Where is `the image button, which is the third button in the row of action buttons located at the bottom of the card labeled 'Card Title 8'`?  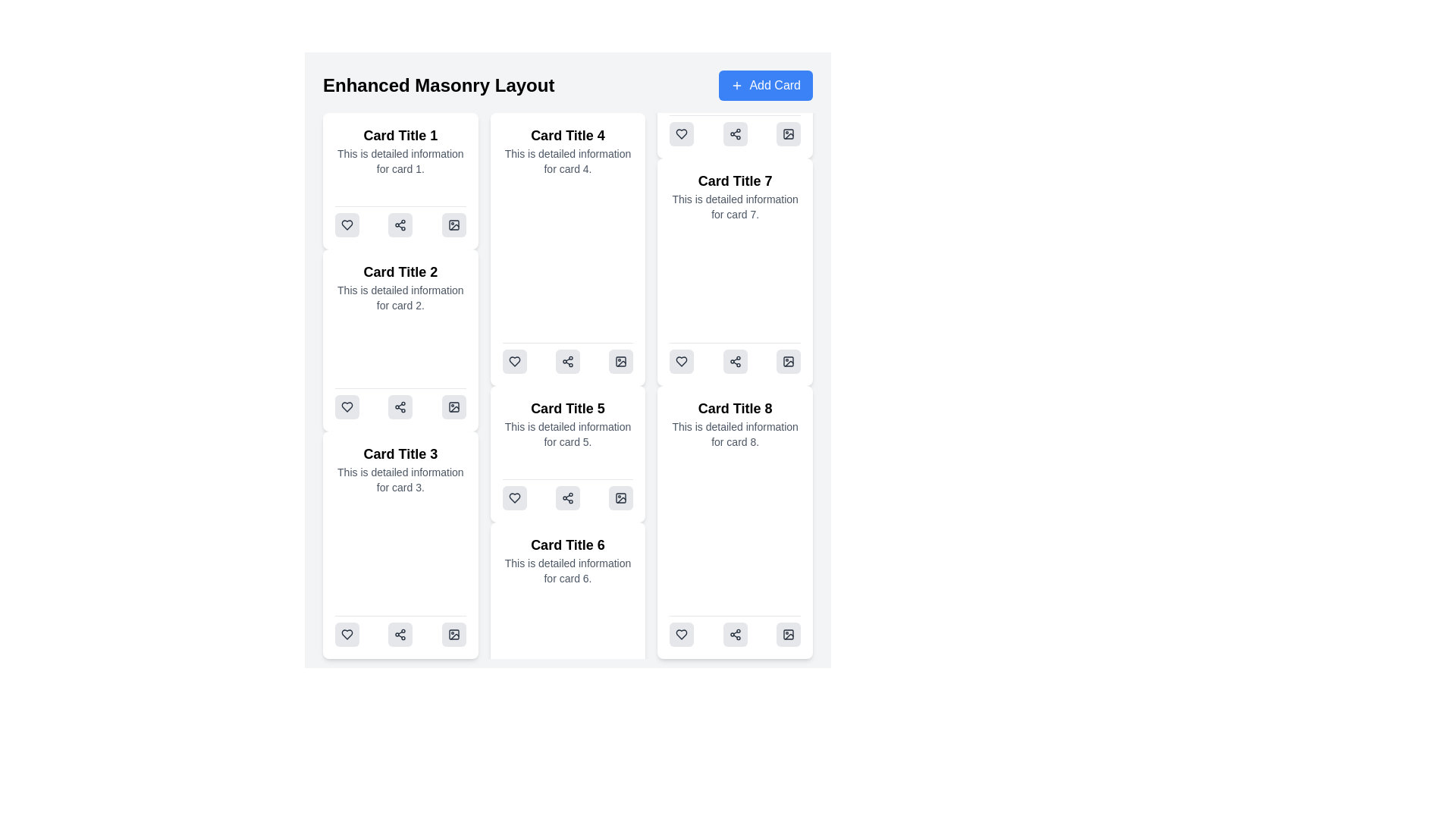
the image button, which is the third button in the row of action buttons located at the bottom of the card labeled 'Card Title 8' is located at coordinates (787, 635).